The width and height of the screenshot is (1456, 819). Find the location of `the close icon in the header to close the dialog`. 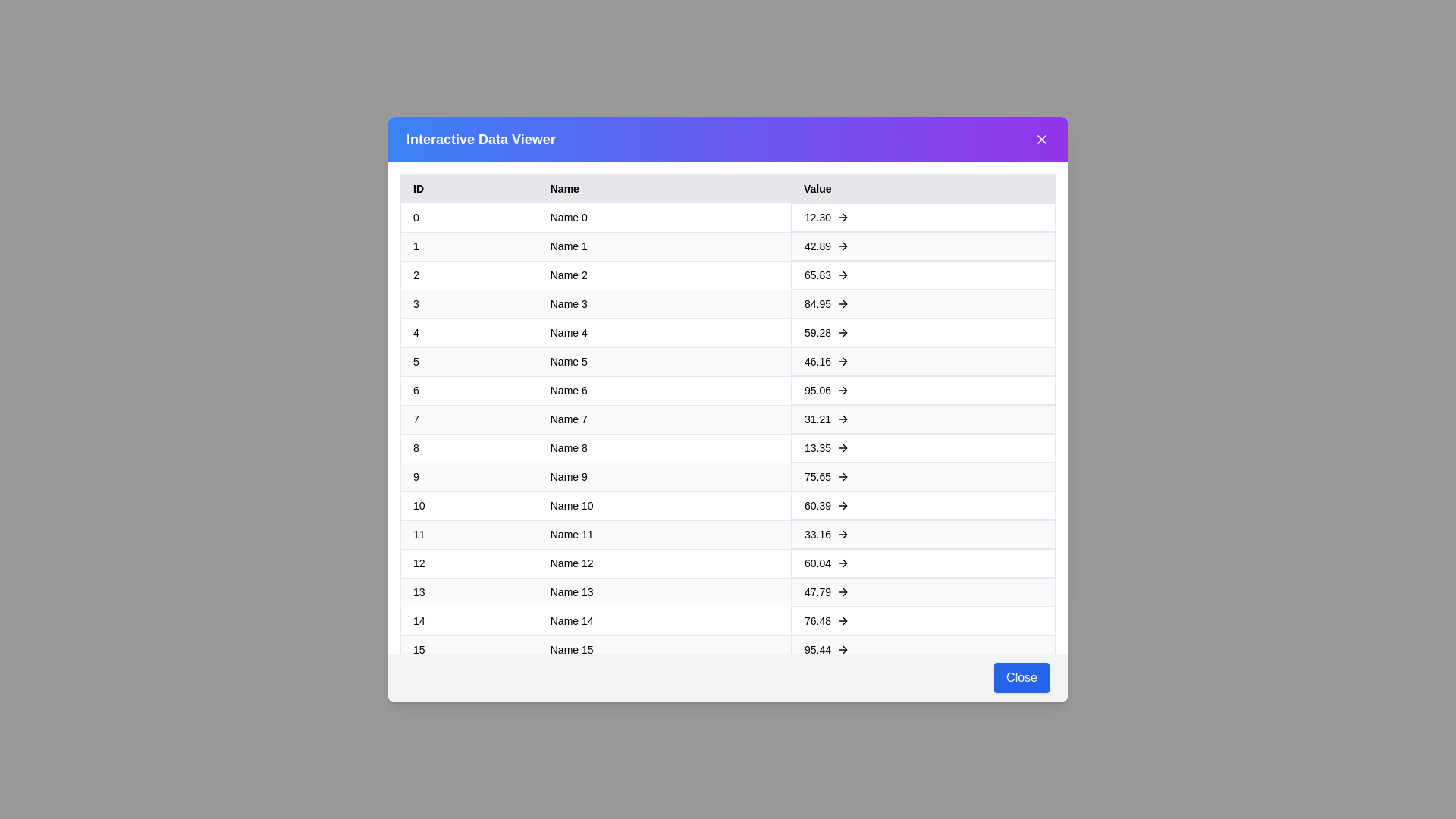

the close icon in the header to close the dialog is located at coordinates (1040, 140).